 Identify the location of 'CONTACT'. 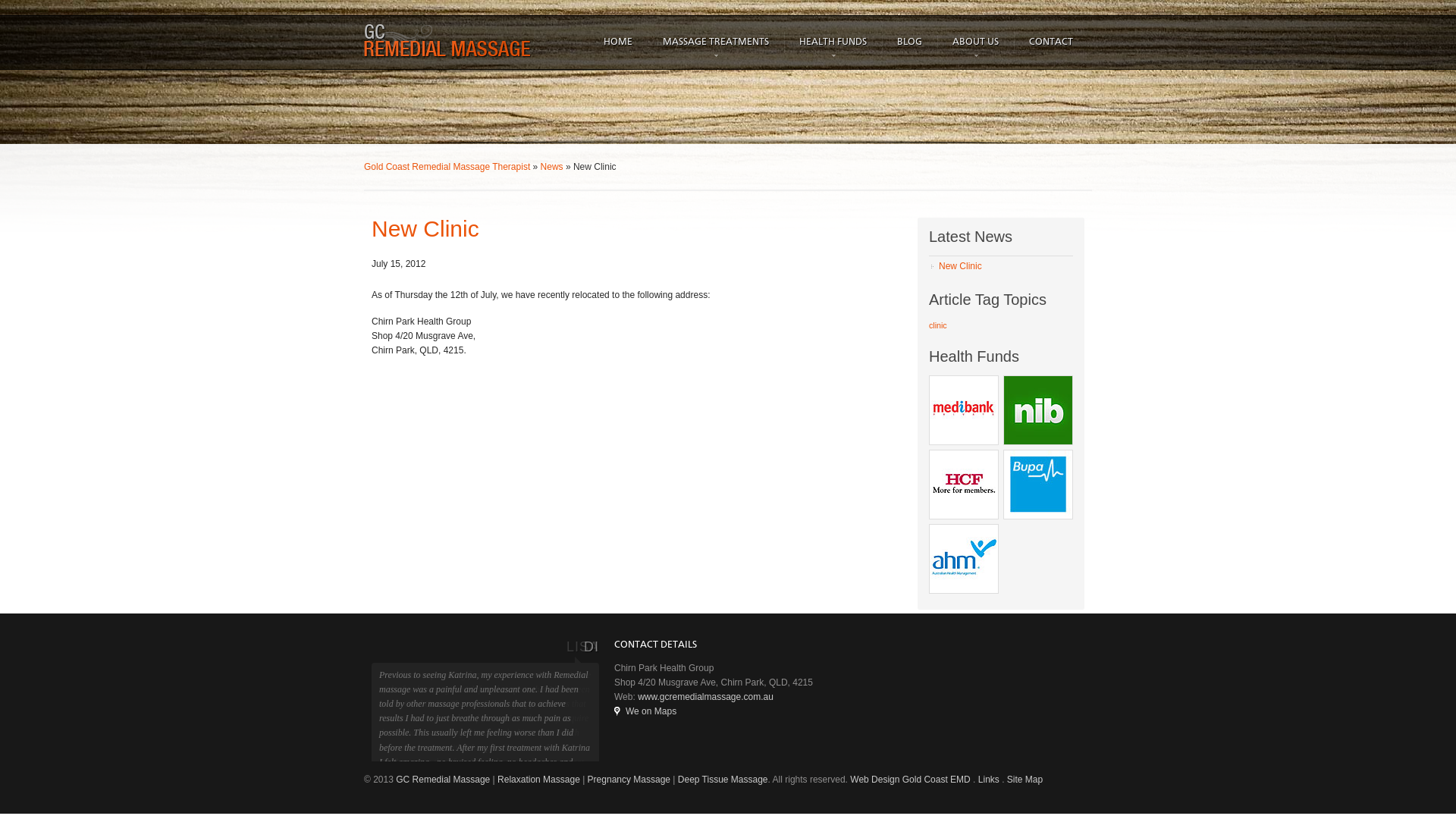
(1050, 41).